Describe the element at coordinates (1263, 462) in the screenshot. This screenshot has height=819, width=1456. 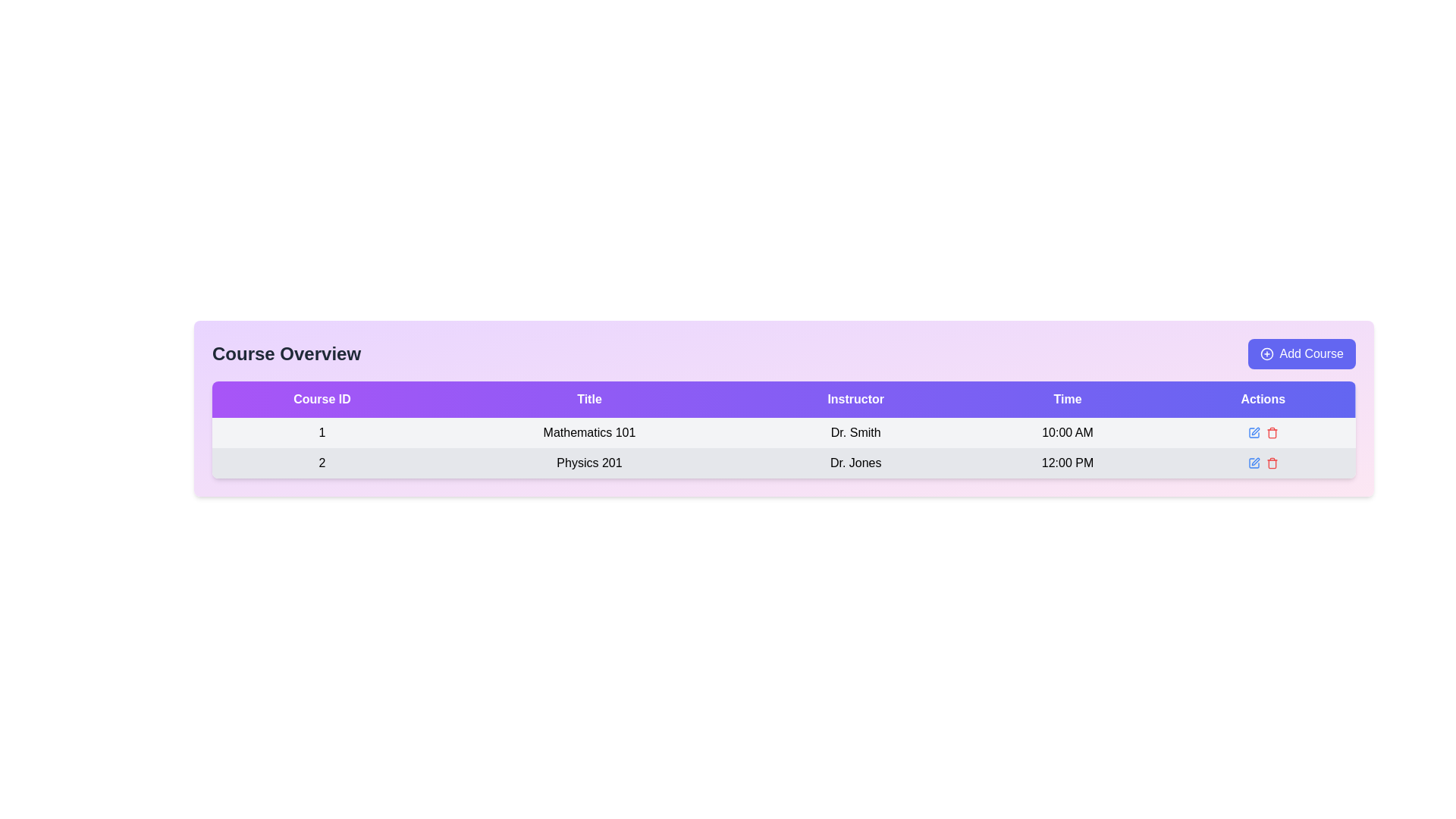
I see `the delete button in the Actions column of the second row of the table, which is associated with the course 'Physics 201'` at that location.